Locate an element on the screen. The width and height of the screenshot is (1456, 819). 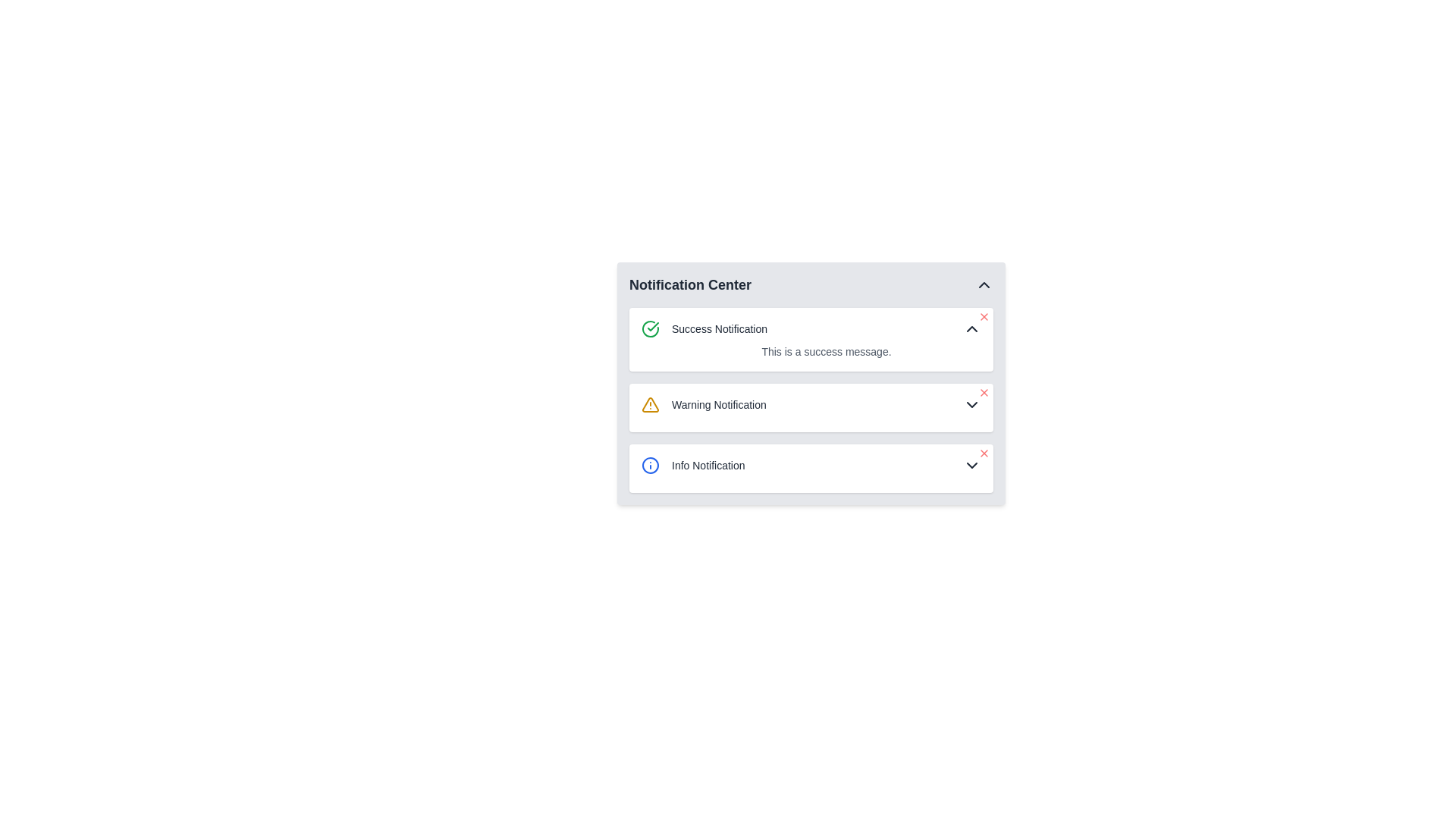
the triangular warning icon with a yellow outline, which is part of the warning notification component, located to the left of the 'Warning Notification' text is located at coordinates (651, 403).